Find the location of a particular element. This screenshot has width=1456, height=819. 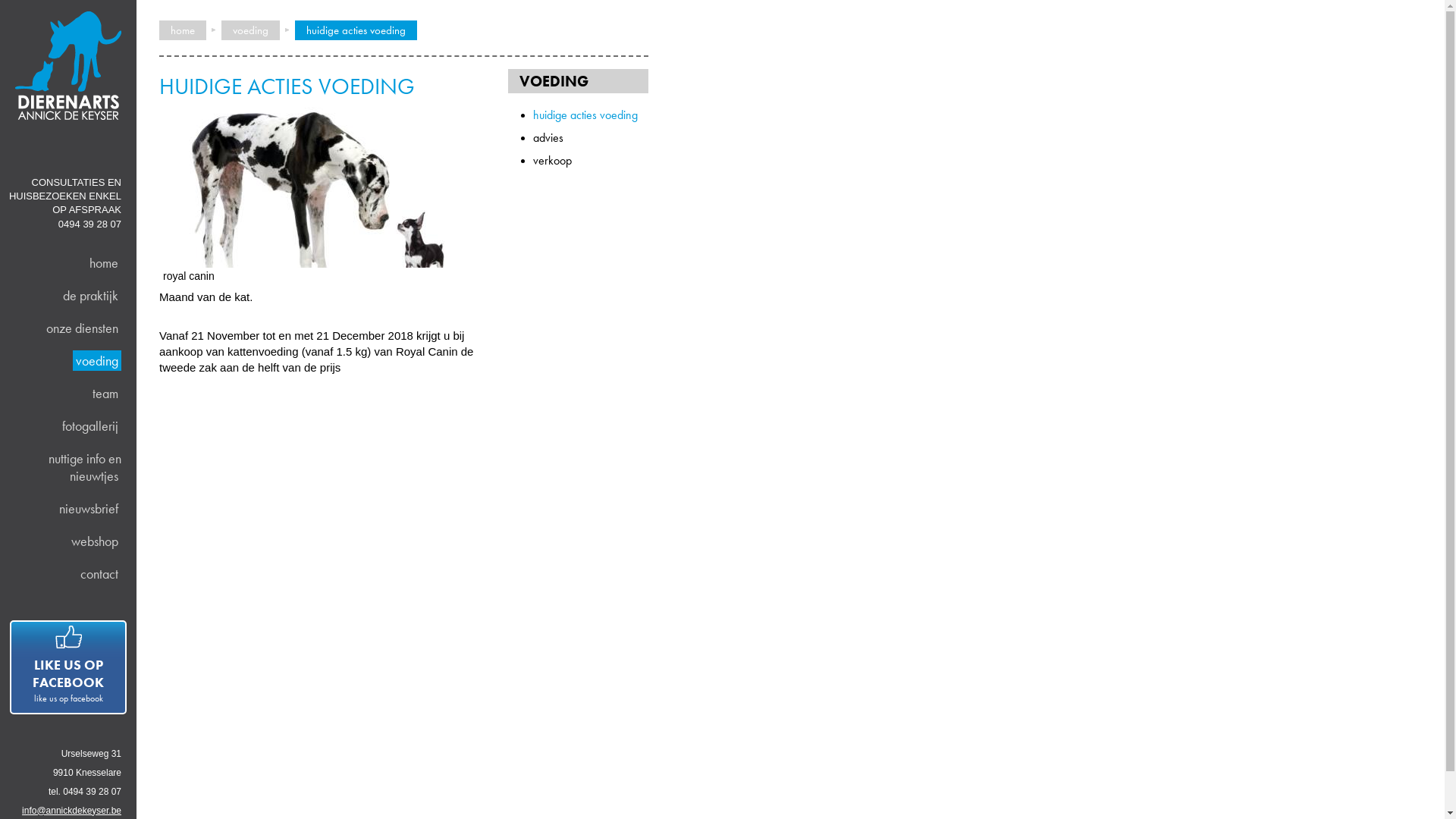

'onze diensten' is located at coordinates (81, 327).